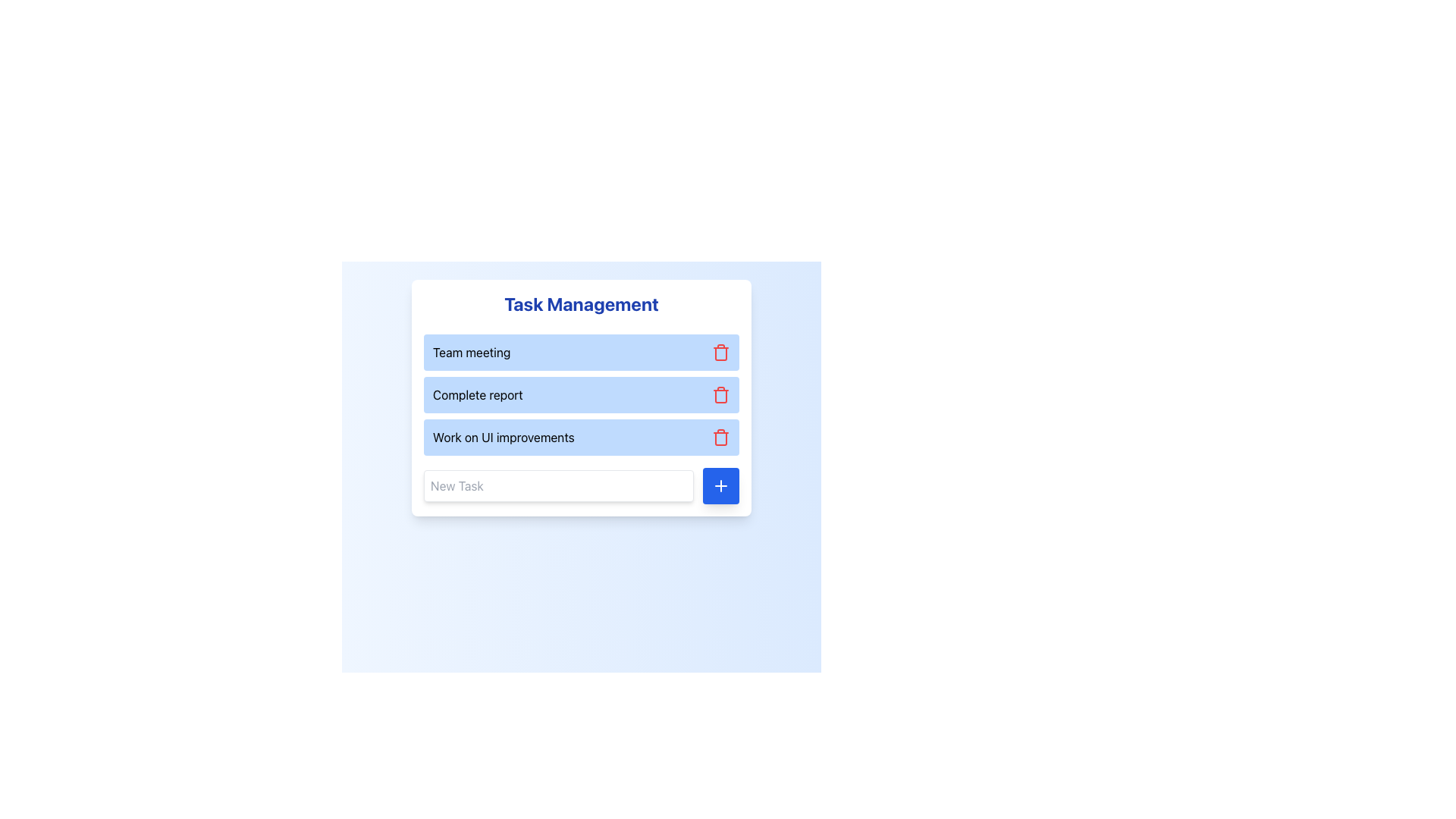 The width and height of the screenshot is (1456, 819). What do you see at coordinates (720, 438) in the screenshot?
I see `the central portion of the trash bin icon, which is outlined in red and positioned to the right of the 'Work on UI improvements' task` at bounding box center [720, 438].